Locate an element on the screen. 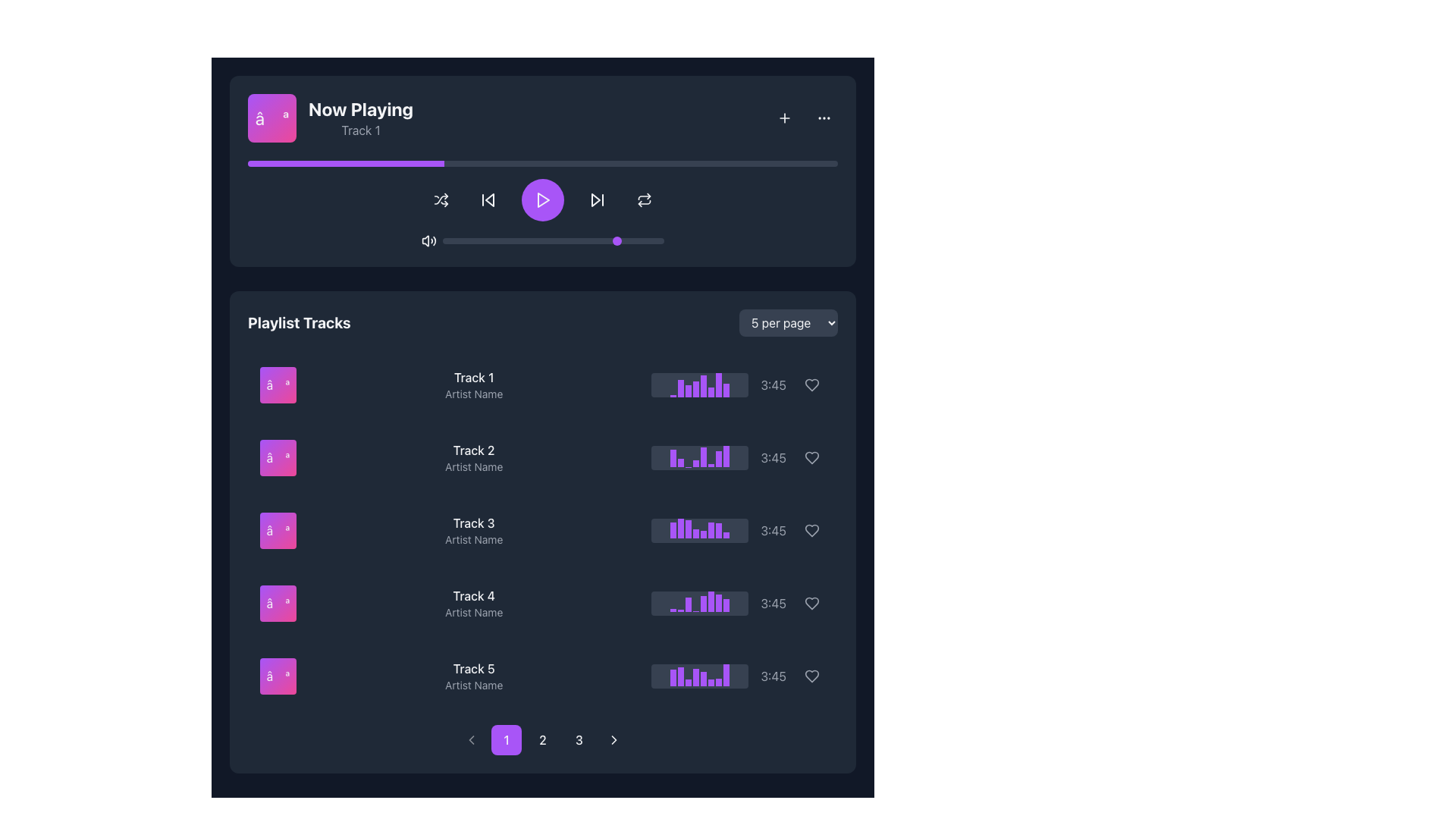 This screenshot has height=819, width=1456. the circular button labeled with the number 2 is located at coordinates (542, 739).